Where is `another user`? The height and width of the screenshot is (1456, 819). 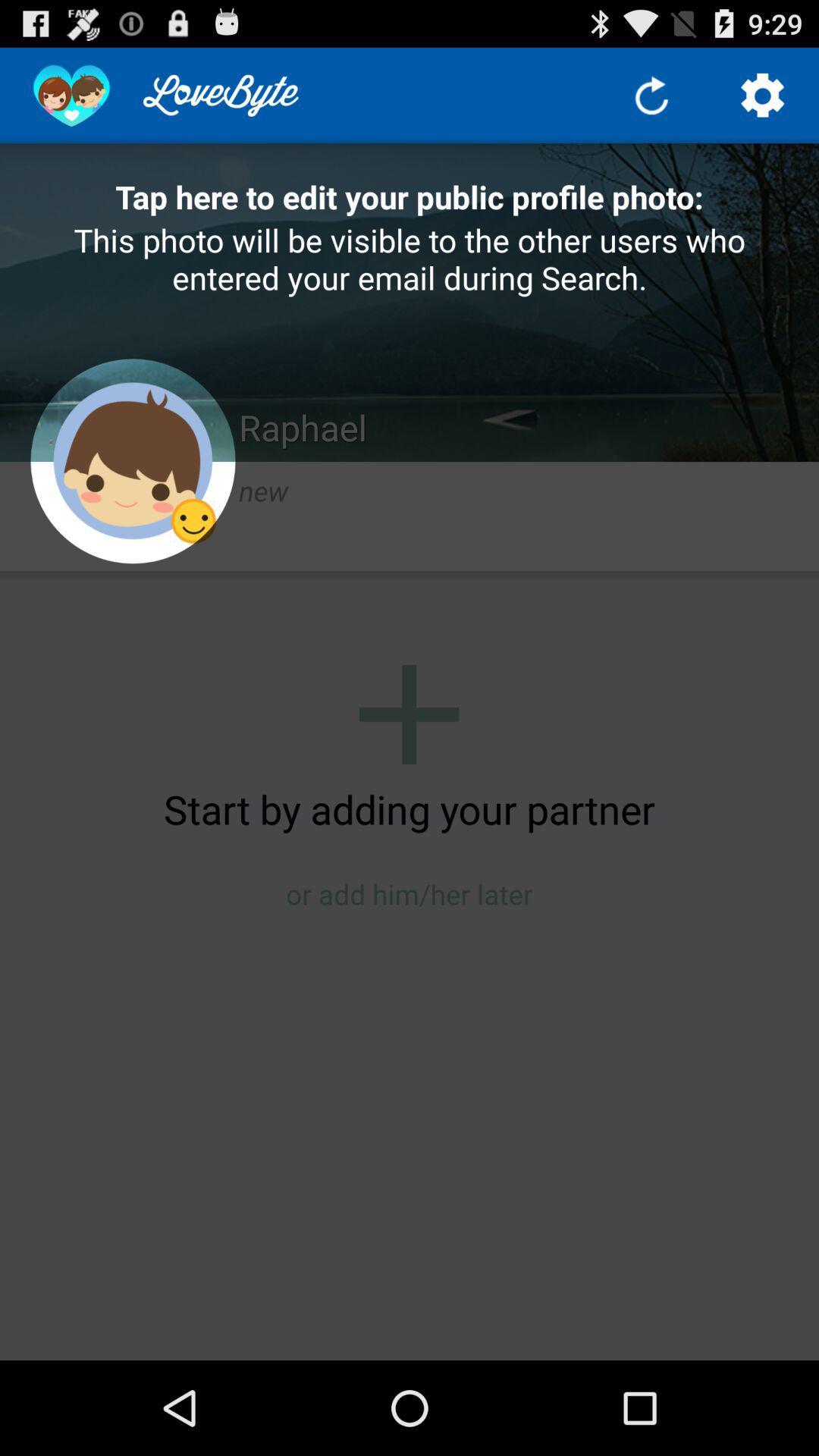 another user is located at coordinates (408, 714).